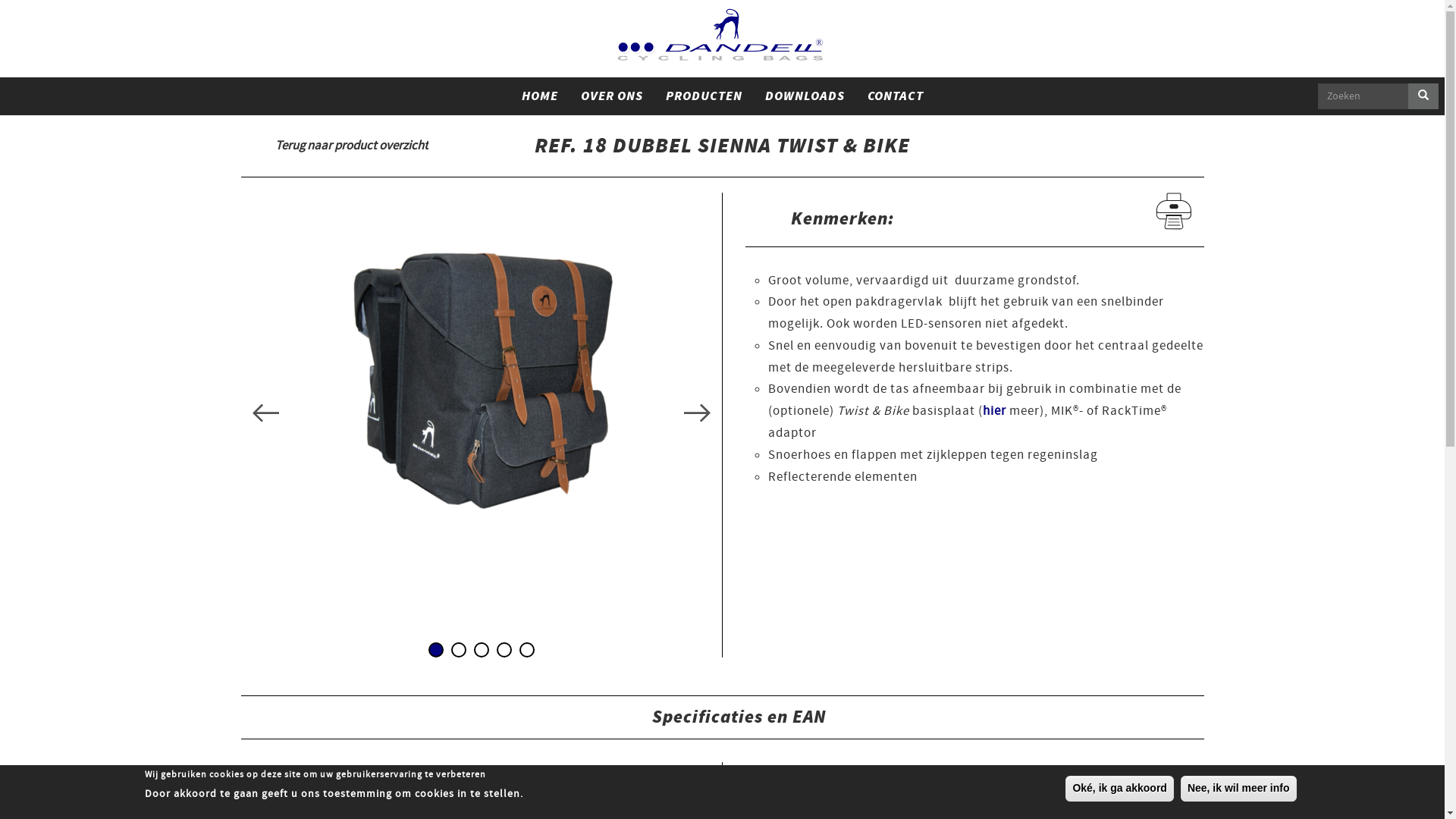 This screenshot has height=819, width=1456. What do you see at coordinates (503, 648) in the screenshot?
I see `'4'` at bounding box center [503, 648].